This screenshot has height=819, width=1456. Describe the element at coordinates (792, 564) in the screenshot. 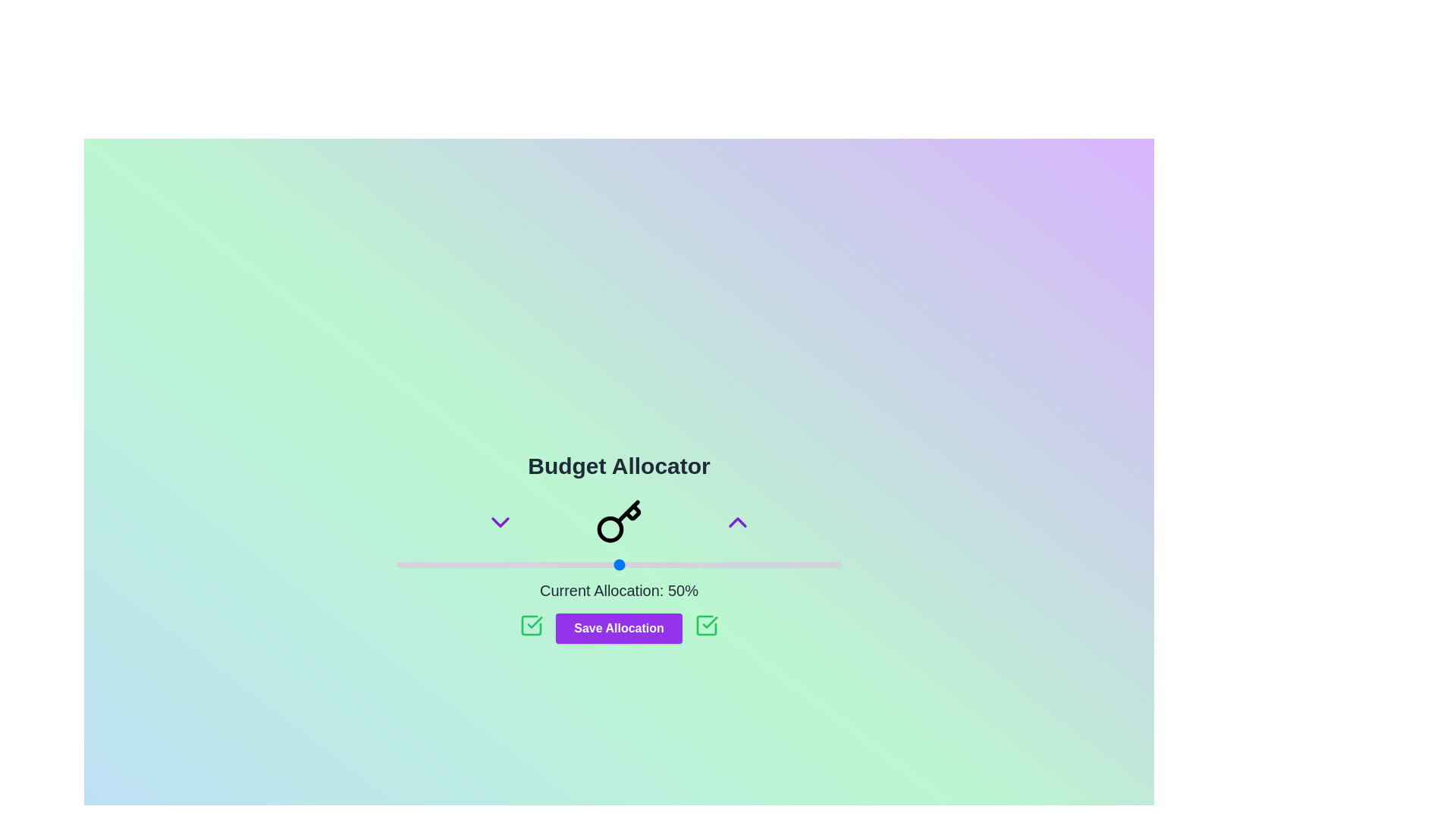

I see `the slider to set the budget to 89%` at that location.